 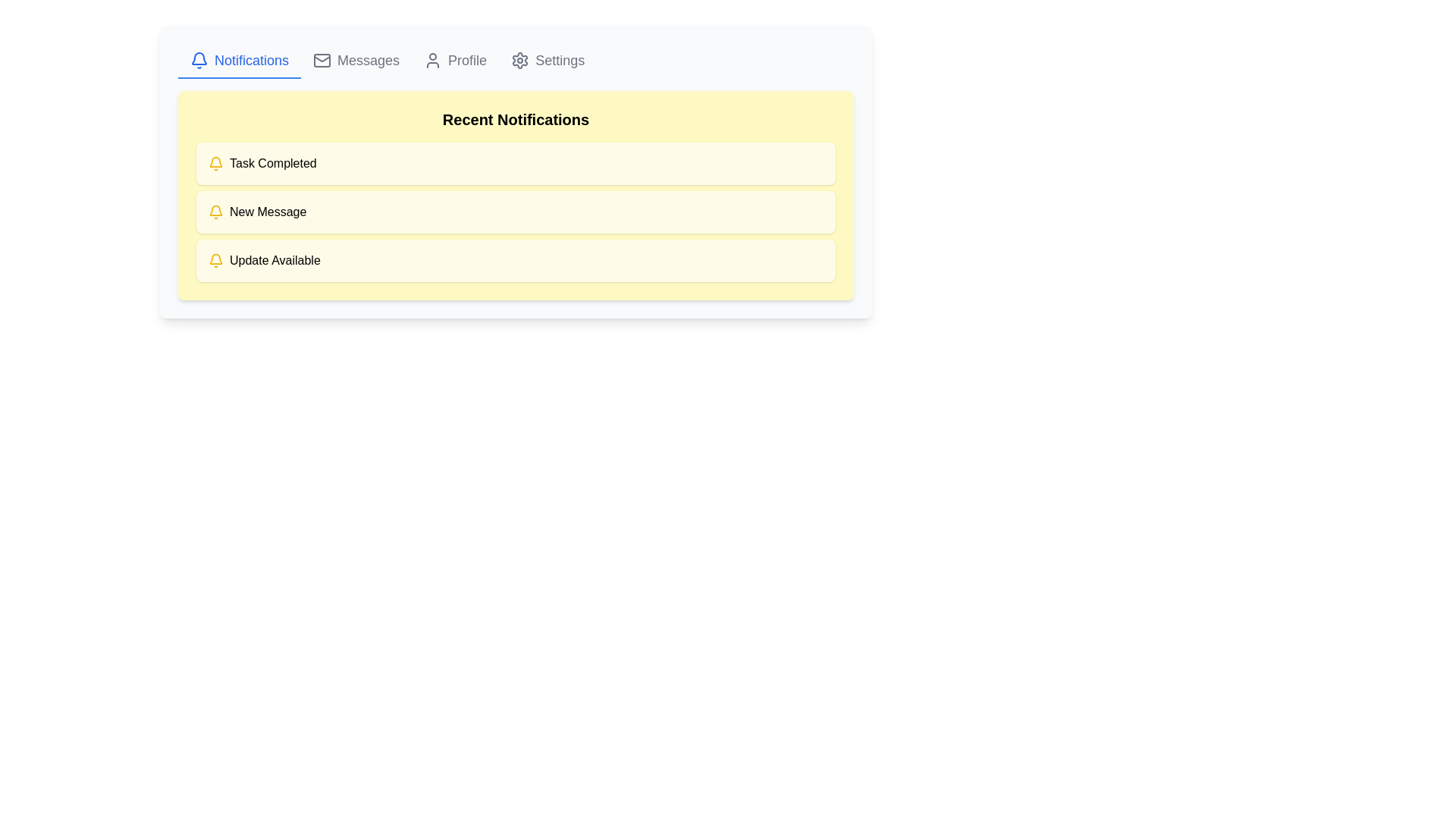 What do you see at coordinates (356, 61) in the screenshot?
I see `the 'Messages' navigation button, which is styled with a gray font and an envelope icon` at bounding box center [356, 61].